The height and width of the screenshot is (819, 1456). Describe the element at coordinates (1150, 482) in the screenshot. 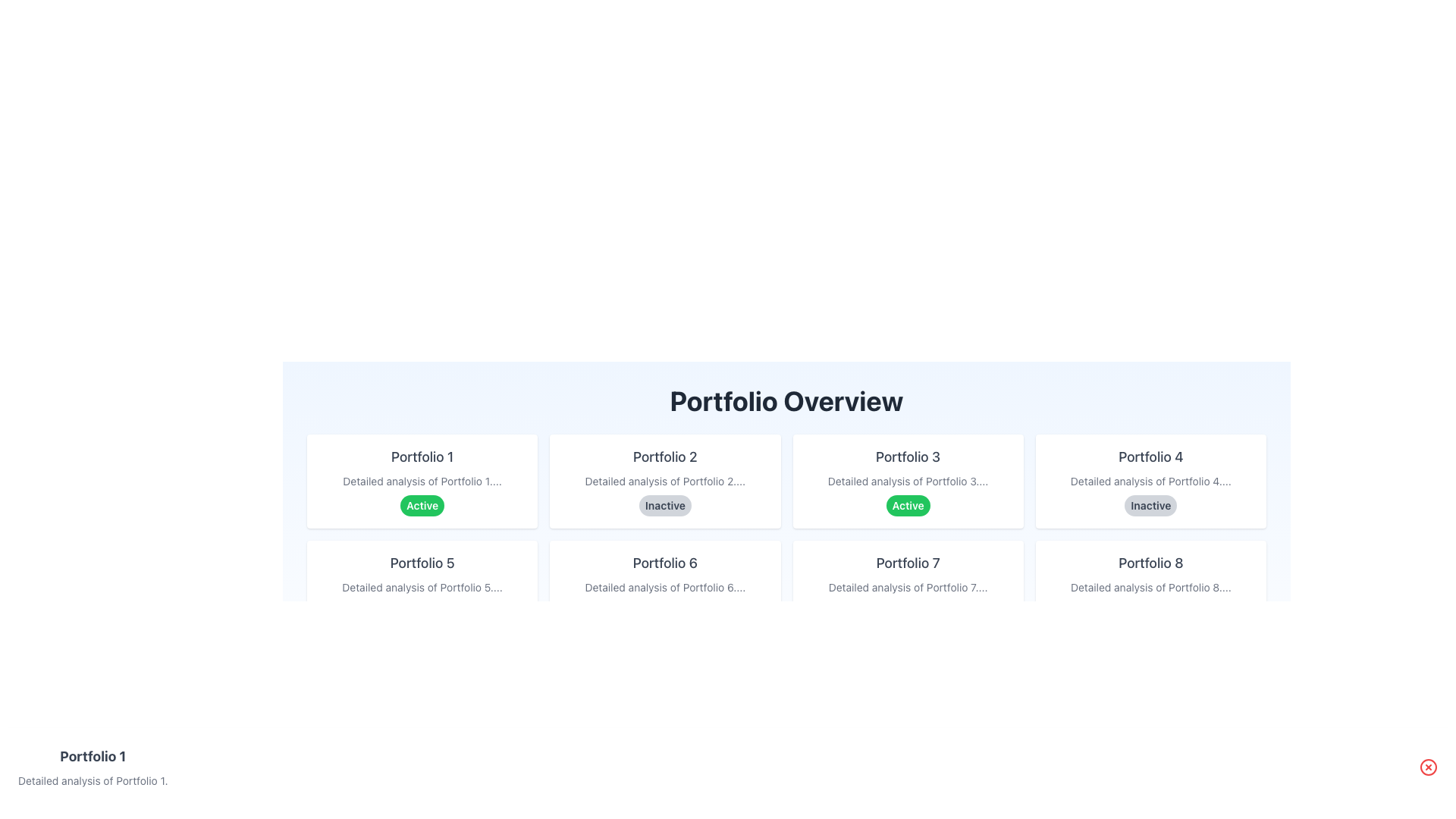

I see `summary text block located under the title 'Portfolio 4' and above the badge labeled 'Inactive' in the fourth card of the 'Portfolio Overview' section` at that location.